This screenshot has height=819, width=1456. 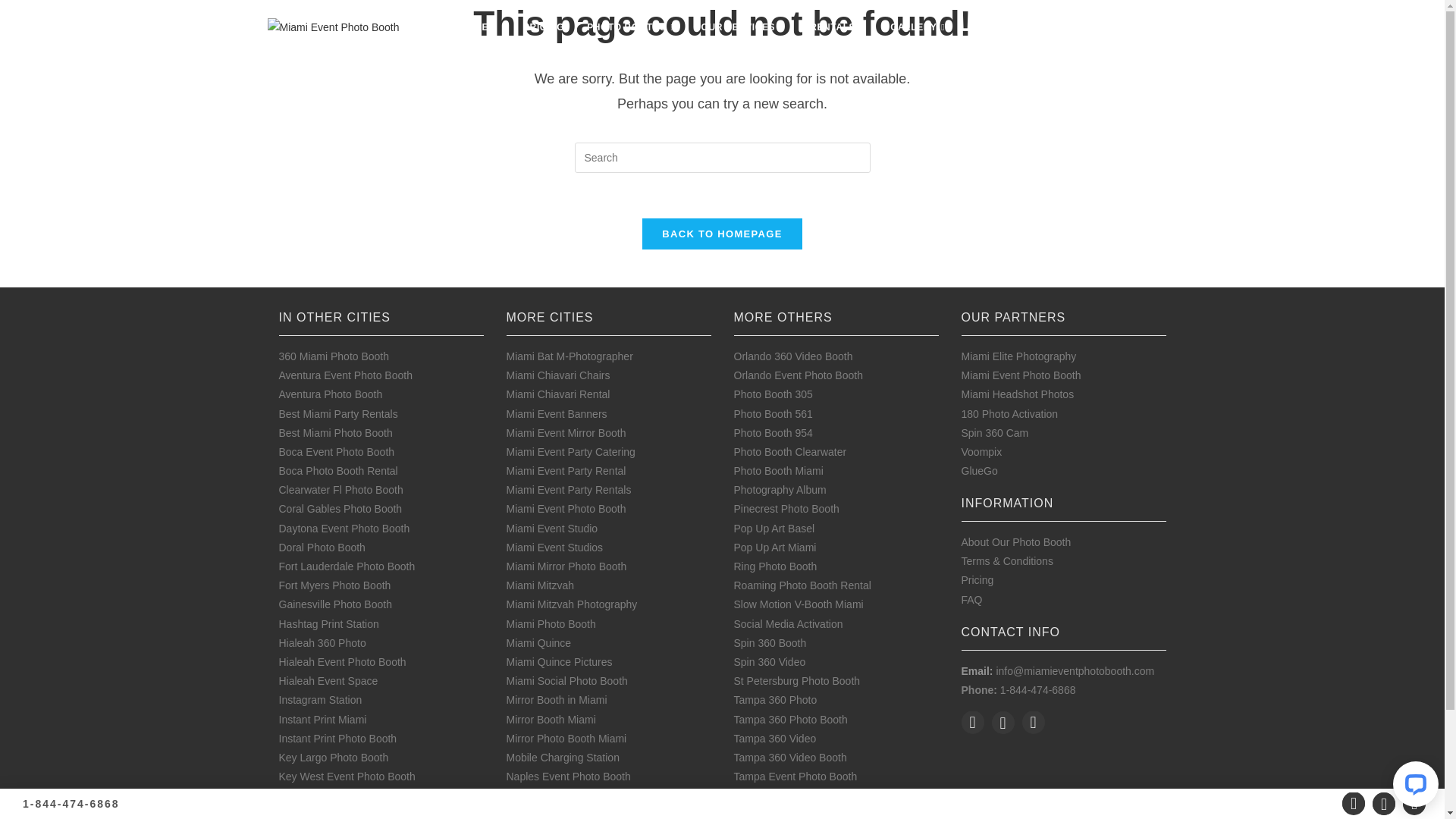 I want to click on 'Boca Event Photo Booth', so click(x=279, y=451).